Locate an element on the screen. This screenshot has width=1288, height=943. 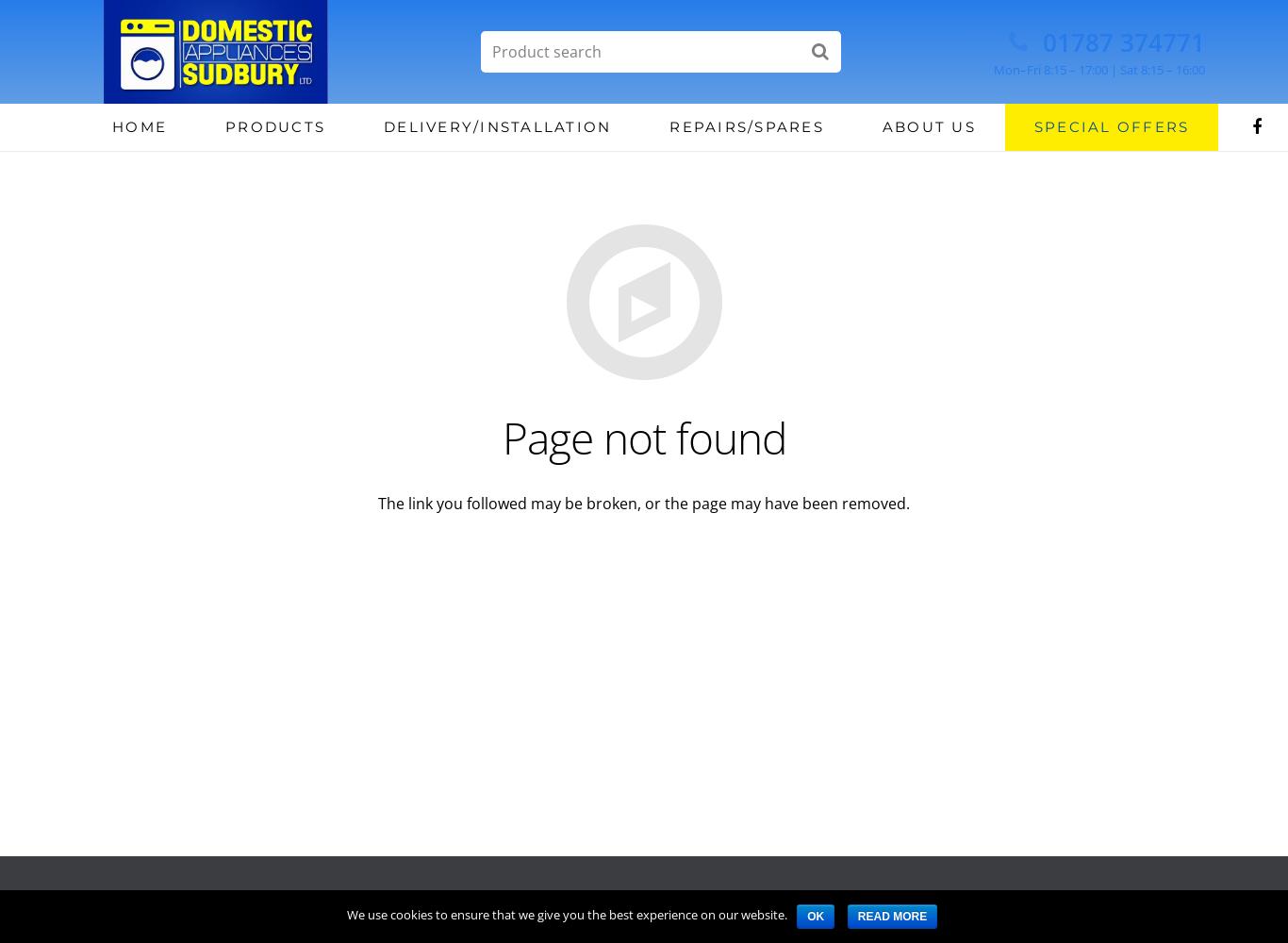
'Privacy' is located at coordinates (769, 899).